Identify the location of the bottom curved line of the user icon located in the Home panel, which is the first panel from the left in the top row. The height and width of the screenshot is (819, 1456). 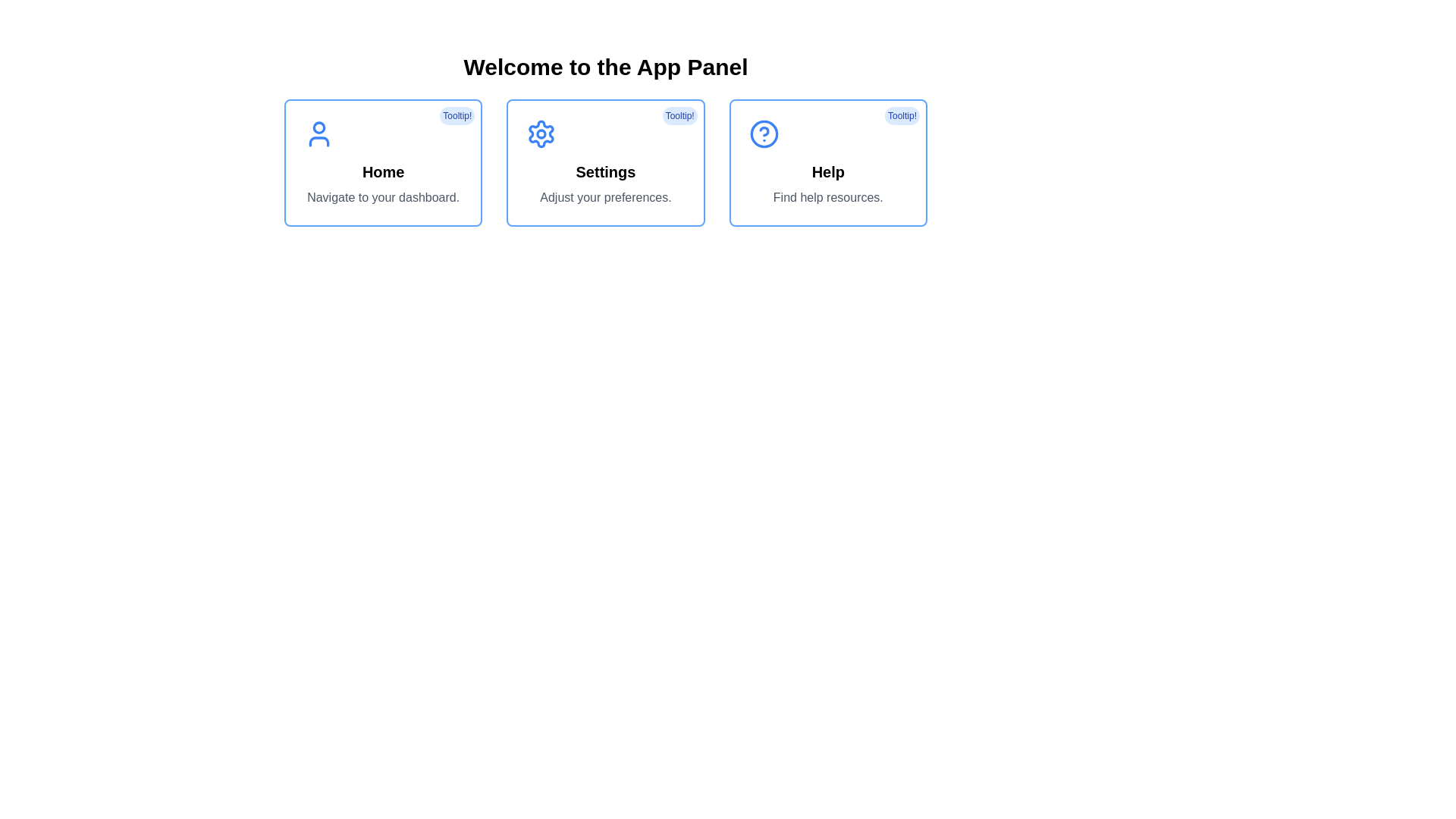
(318, 141).